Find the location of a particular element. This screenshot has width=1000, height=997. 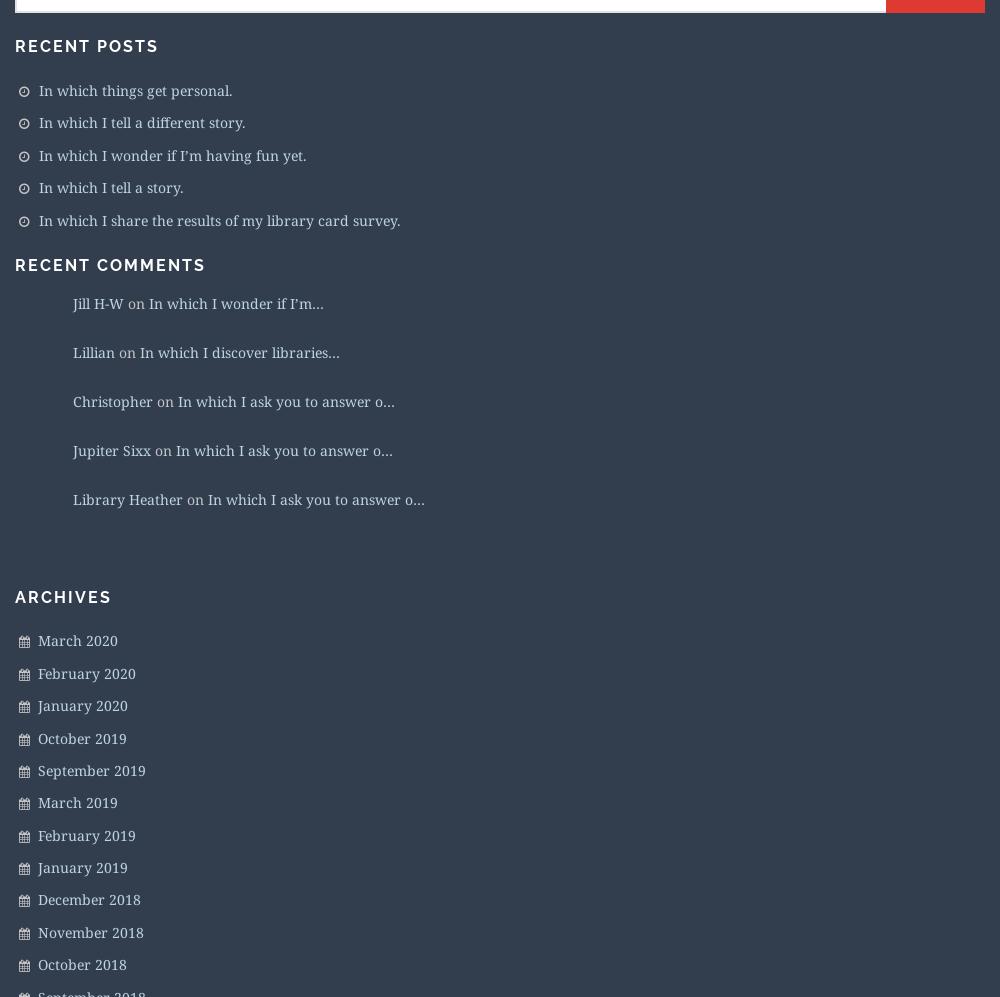

'Library Heather' is located at coordinates (72, 498).